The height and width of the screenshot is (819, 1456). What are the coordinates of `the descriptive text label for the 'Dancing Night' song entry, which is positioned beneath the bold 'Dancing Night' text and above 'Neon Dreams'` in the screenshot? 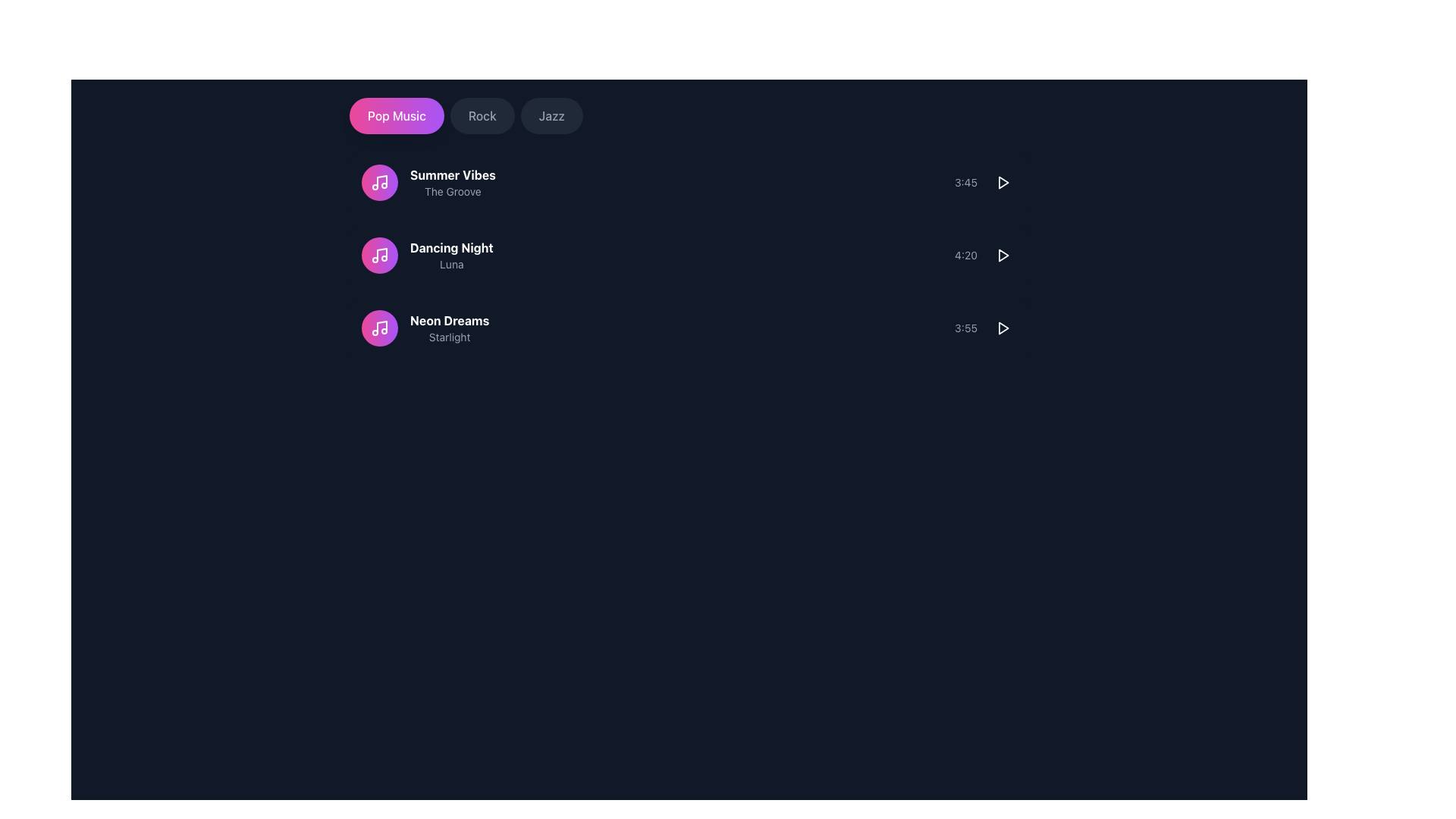 It's located at (450, 263).